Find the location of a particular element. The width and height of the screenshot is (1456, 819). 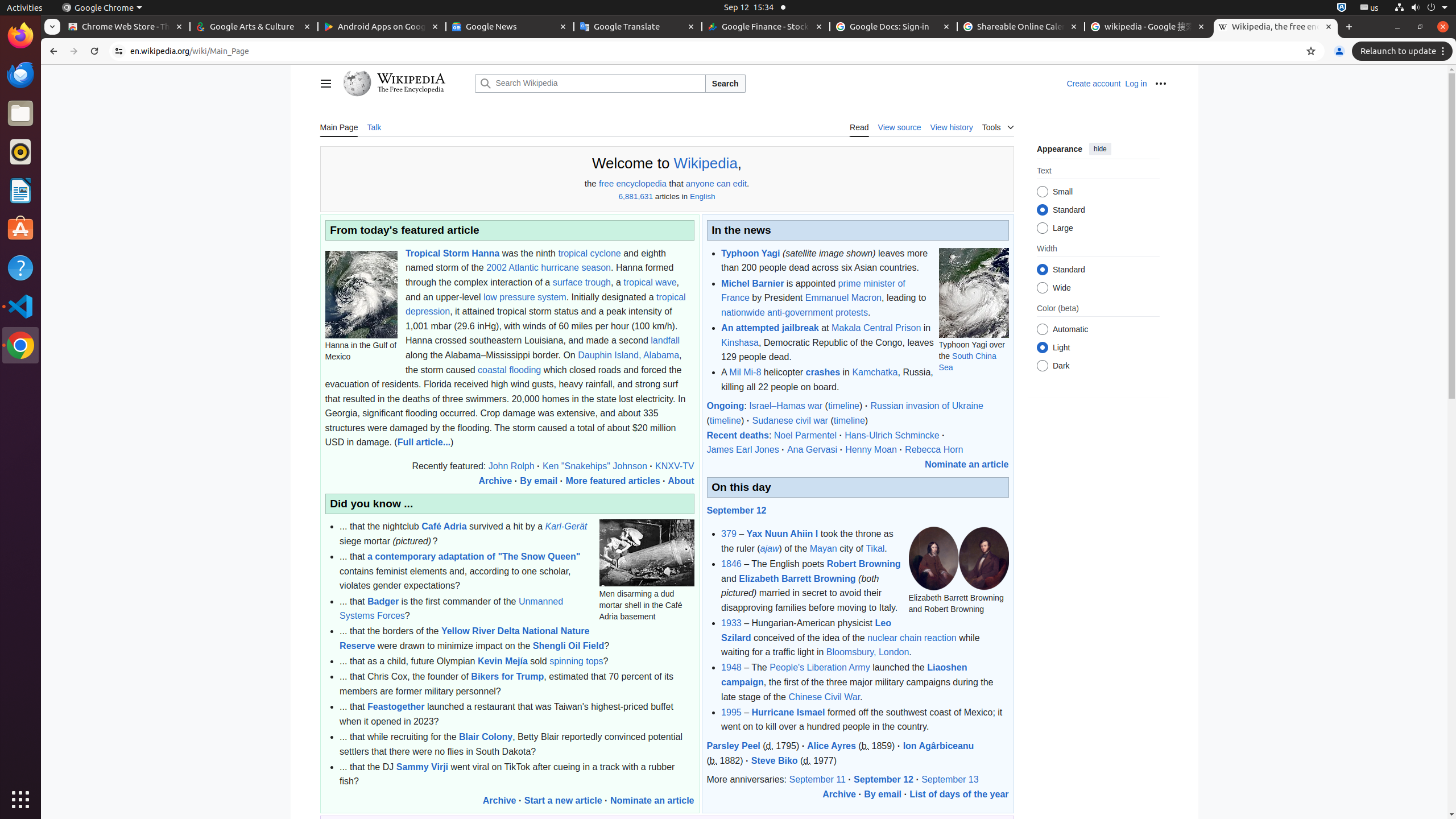

'Recent deaths' is located at coordinates (737, 434).